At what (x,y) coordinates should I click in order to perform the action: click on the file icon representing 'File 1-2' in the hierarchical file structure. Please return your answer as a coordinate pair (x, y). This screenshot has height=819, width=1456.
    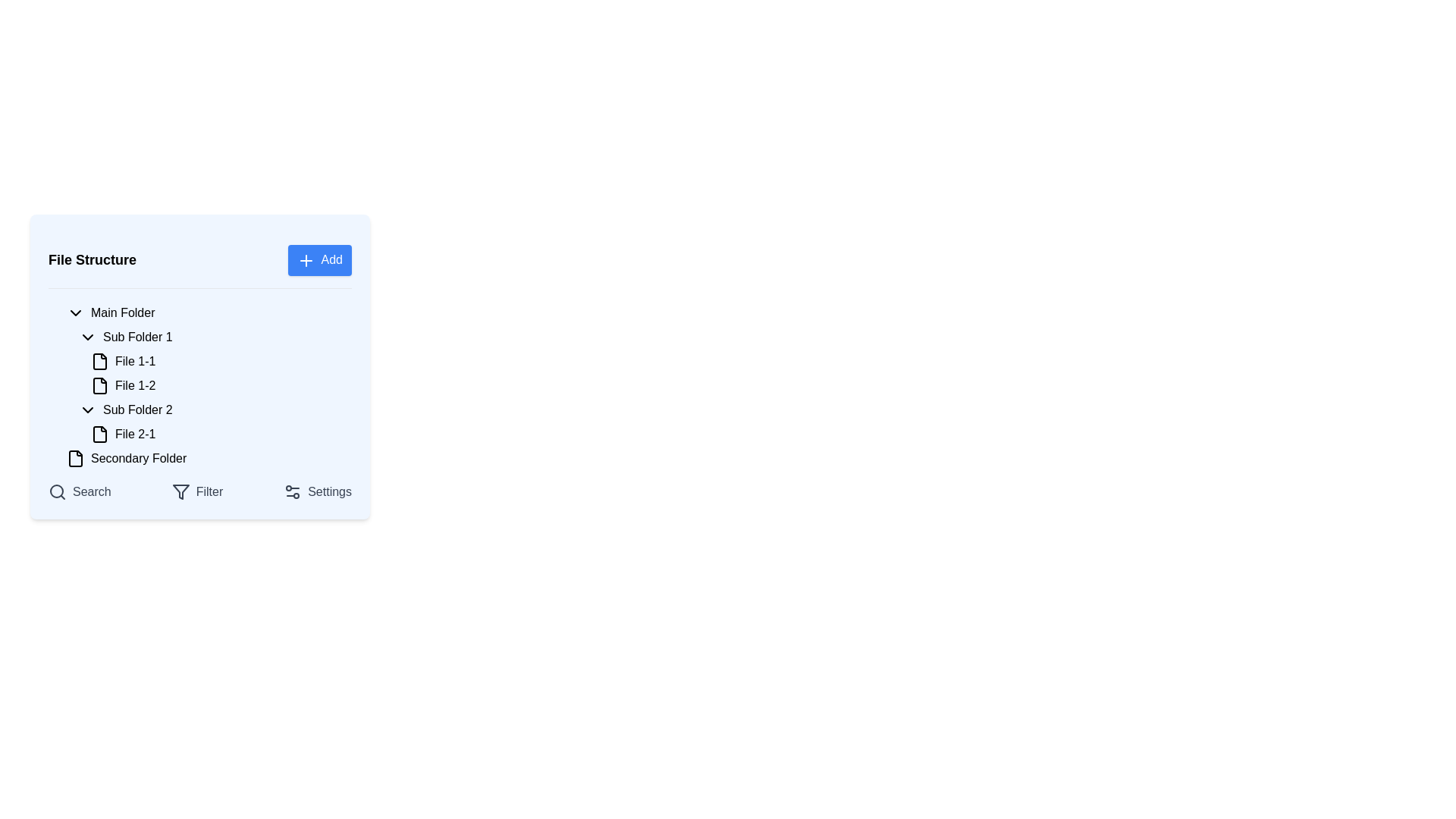
    Looking at the image, I should click on (99, 384).